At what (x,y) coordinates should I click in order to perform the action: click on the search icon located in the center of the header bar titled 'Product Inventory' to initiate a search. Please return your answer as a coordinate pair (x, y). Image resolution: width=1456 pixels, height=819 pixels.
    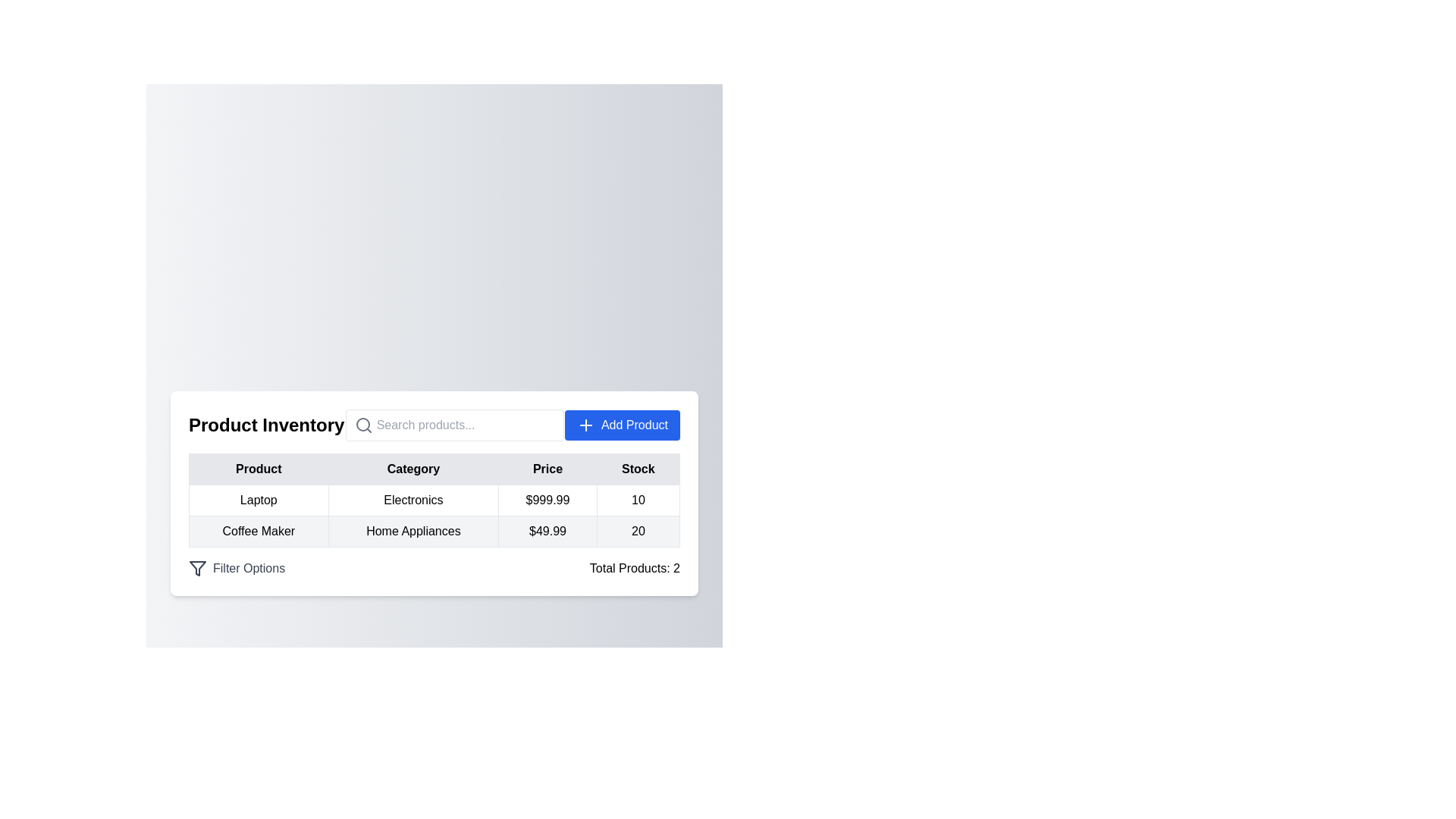
    Looking at the image, I should click on (433, 425).